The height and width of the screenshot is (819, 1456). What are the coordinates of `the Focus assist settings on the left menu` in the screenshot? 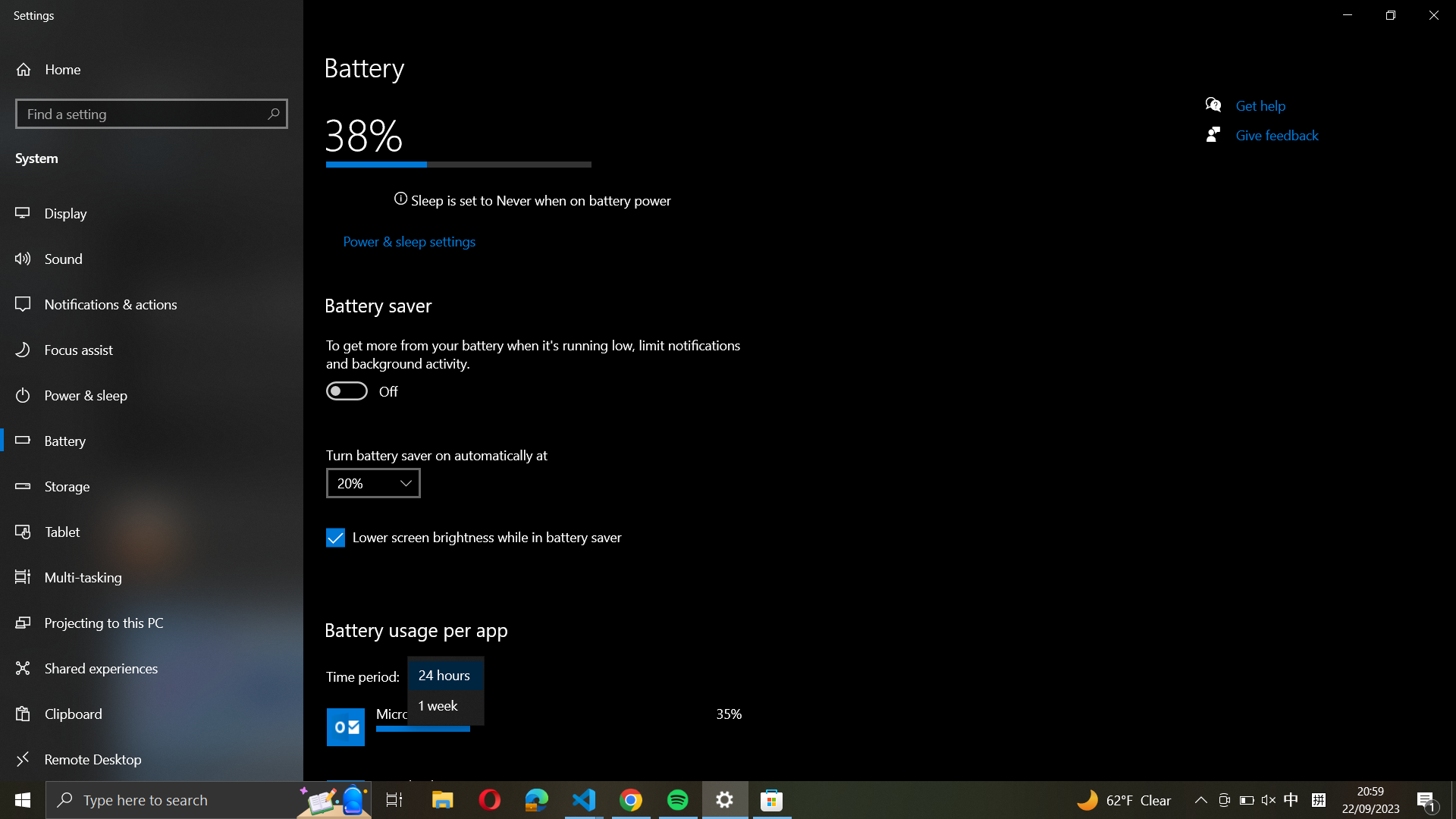 It's located at (153, 350).